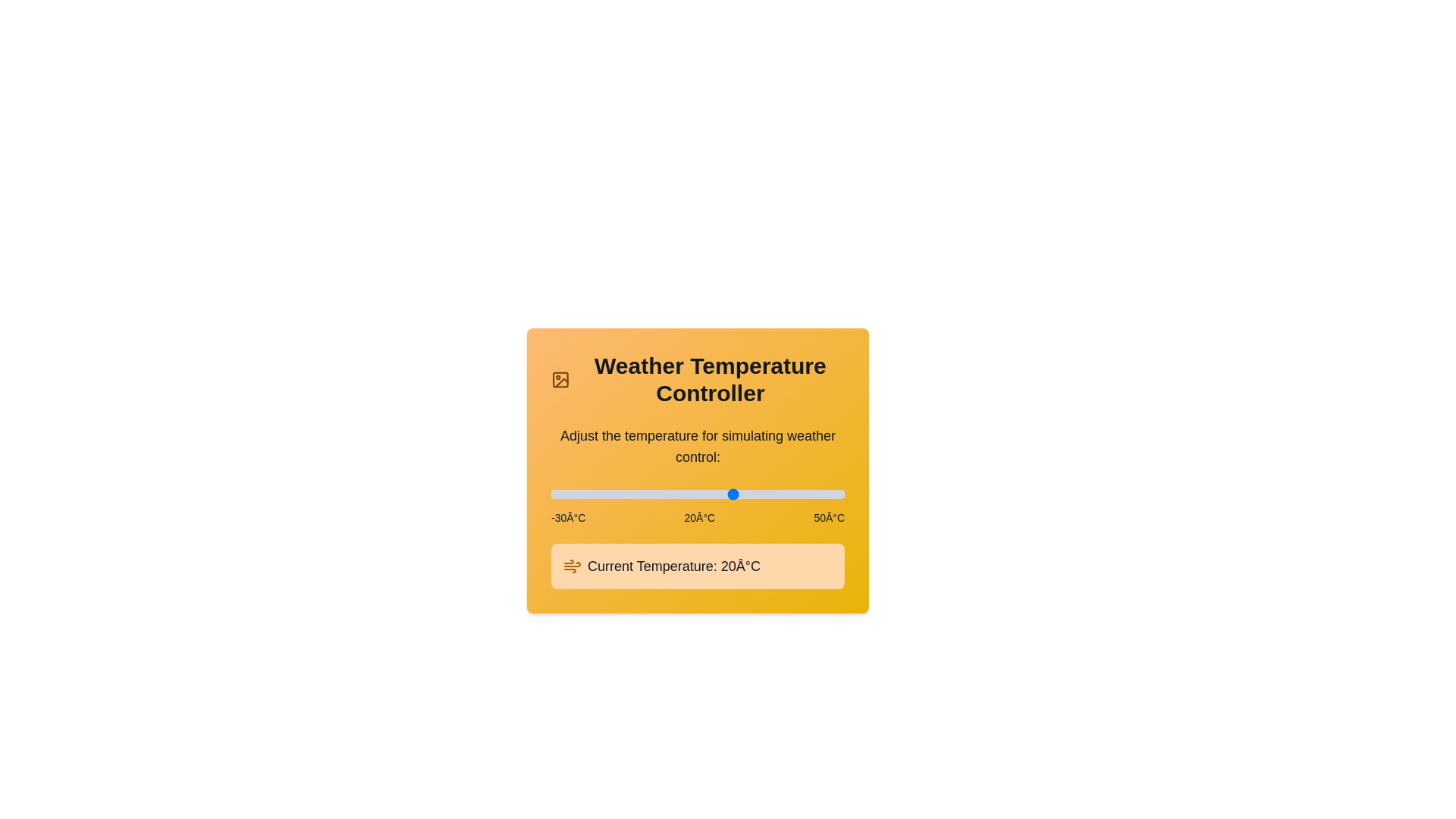  What do you see at coordinates (796, 494) in the screenshot?
I see `the temperature slider to set the temperature to 37°C` at bounding box center [796, 494].